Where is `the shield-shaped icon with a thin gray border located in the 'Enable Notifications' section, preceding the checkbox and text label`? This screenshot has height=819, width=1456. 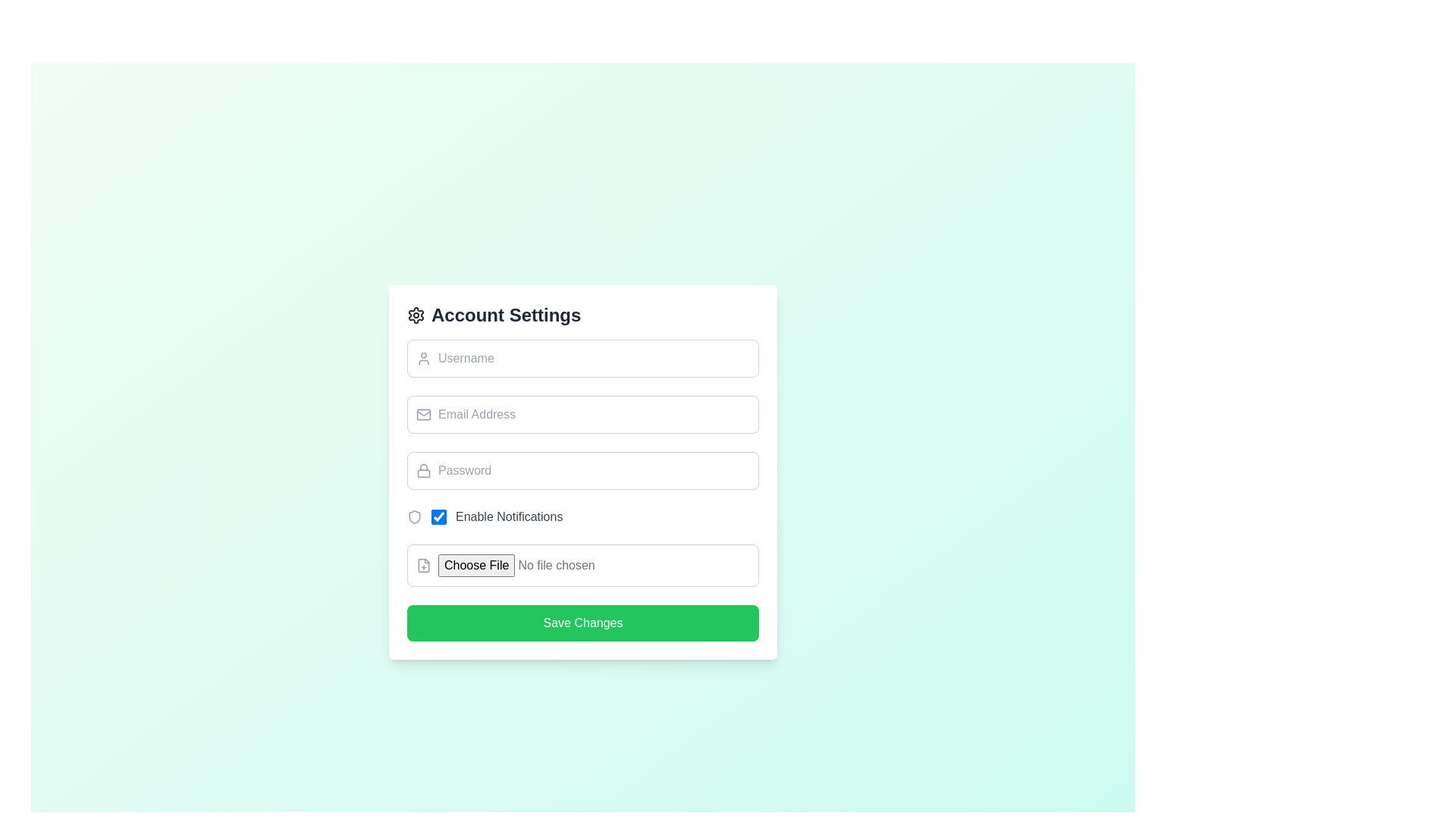 the shield-shaped icon with a thin gray border located in the 'Enable Notifications' section, preceding the checkbox and text label is located at coordinates (415, 516).